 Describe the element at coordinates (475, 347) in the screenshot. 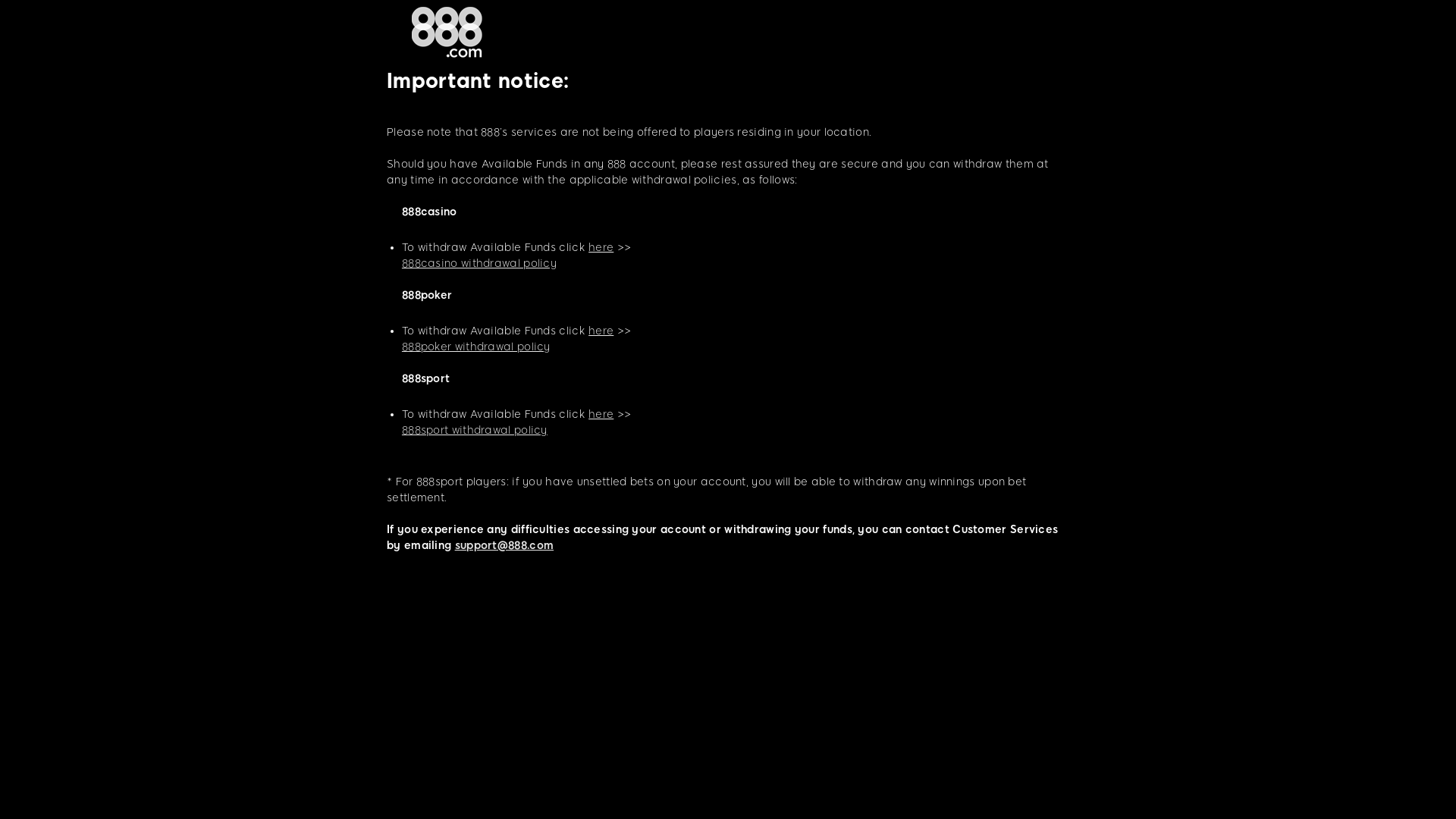

I see `'888poker withdrawal policy'` at that location.